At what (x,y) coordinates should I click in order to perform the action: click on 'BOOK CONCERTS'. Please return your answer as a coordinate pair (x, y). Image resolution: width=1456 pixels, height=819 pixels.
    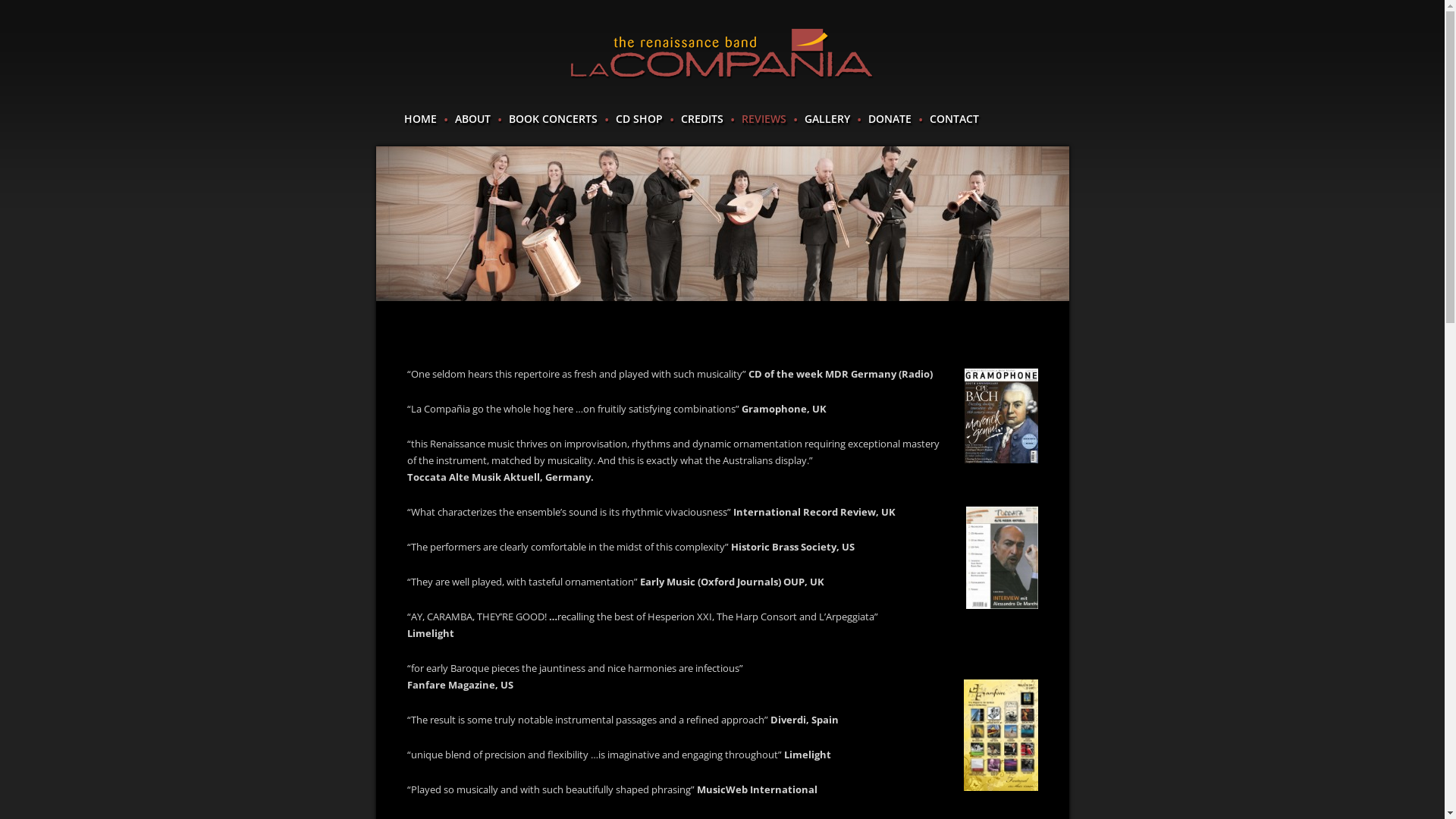
    Looking at the image, I should click on (551, 118).